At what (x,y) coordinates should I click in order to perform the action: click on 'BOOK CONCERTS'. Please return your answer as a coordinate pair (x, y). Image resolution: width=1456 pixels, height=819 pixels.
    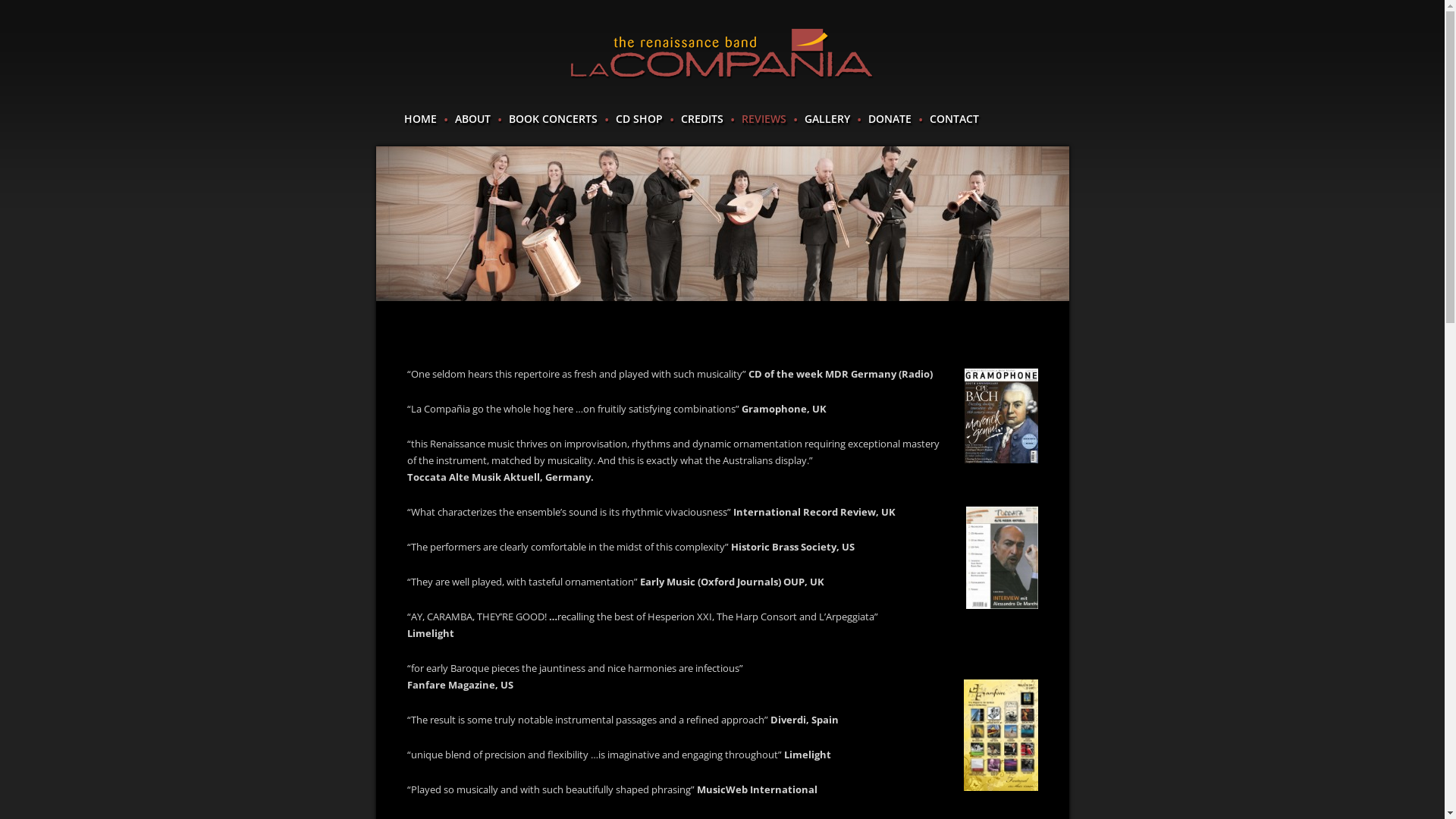
    Looking at the image, I should click on (551, 118).